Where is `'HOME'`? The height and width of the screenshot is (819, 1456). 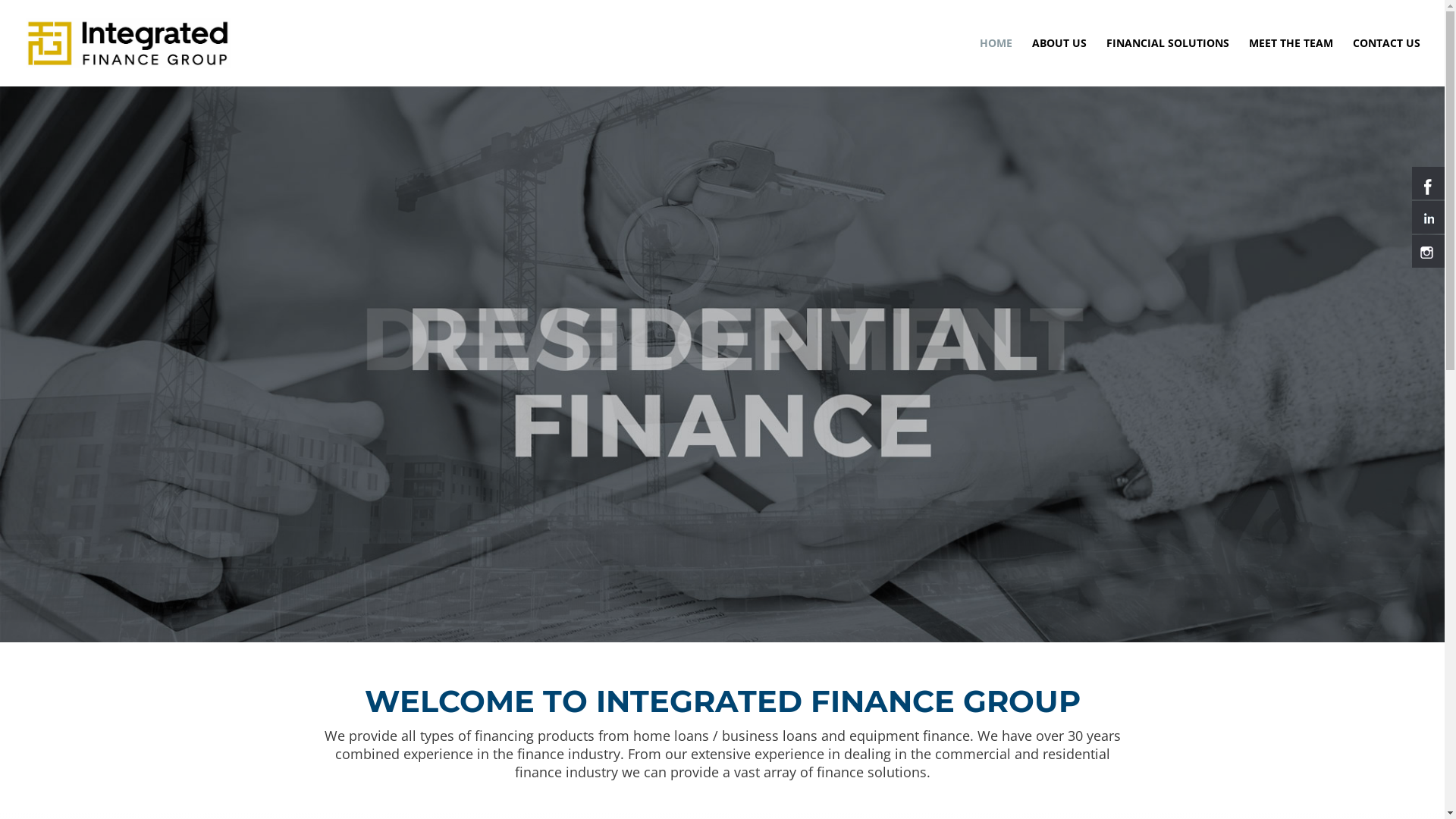 'HOME' is located at coordinates (996, 61).